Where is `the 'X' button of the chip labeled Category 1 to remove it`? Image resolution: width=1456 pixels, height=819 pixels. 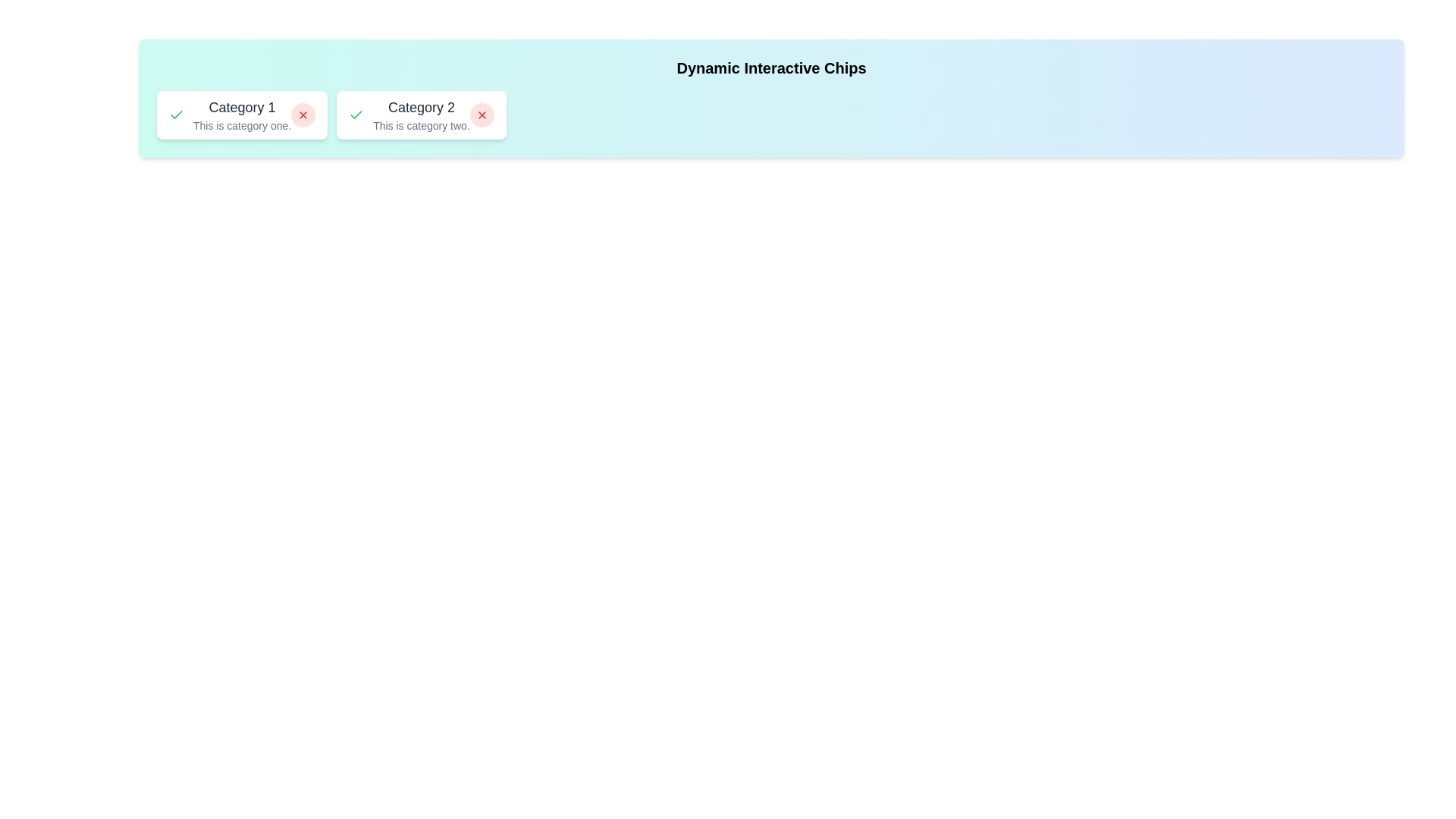 the 'X' button of the chip labeled Category 1 to remove it is located at coordinates (303, 114).